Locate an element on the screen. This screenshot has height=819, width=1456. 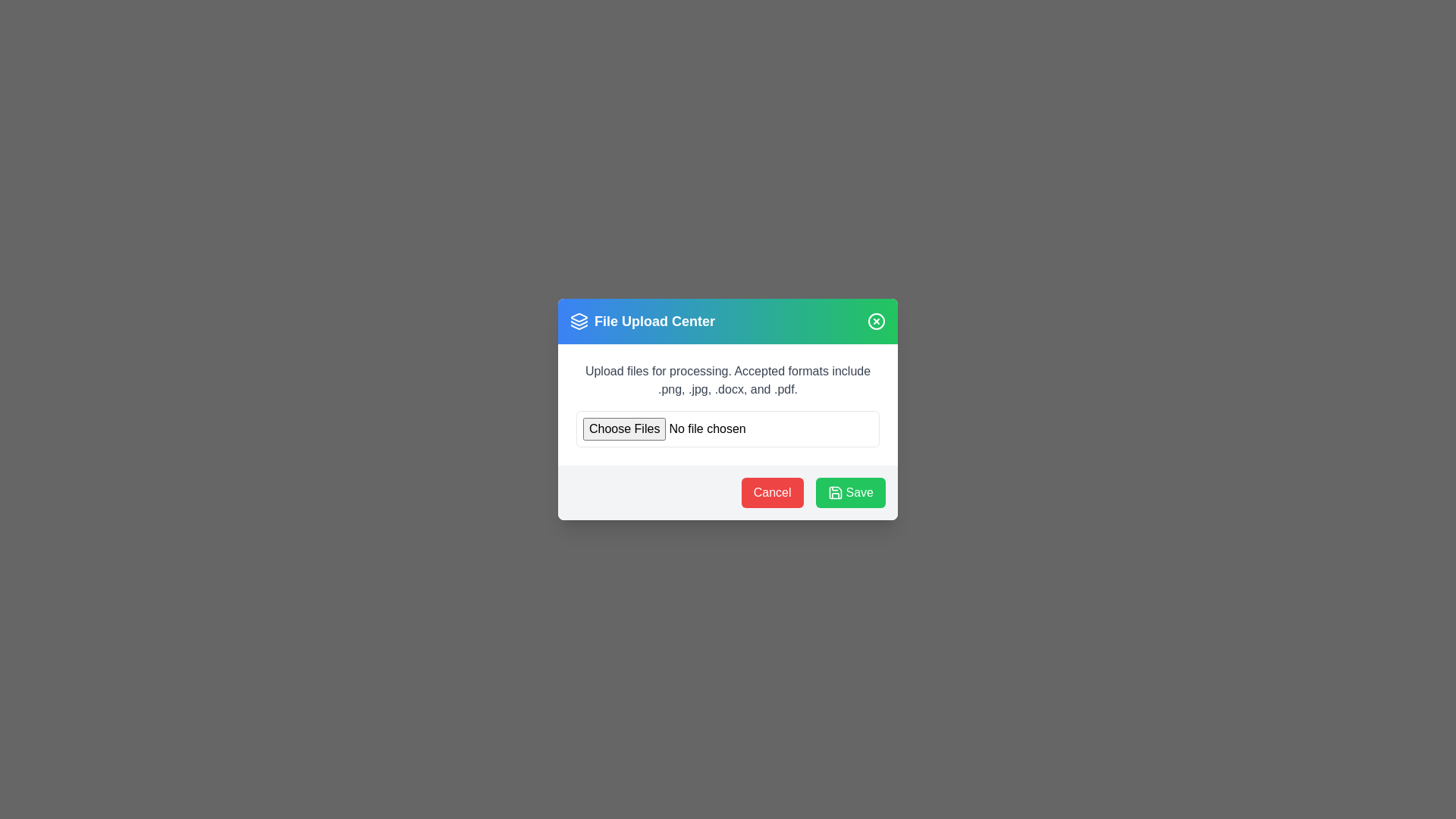
the input field to open the file selection dialog is located at coordinates (728, 429).